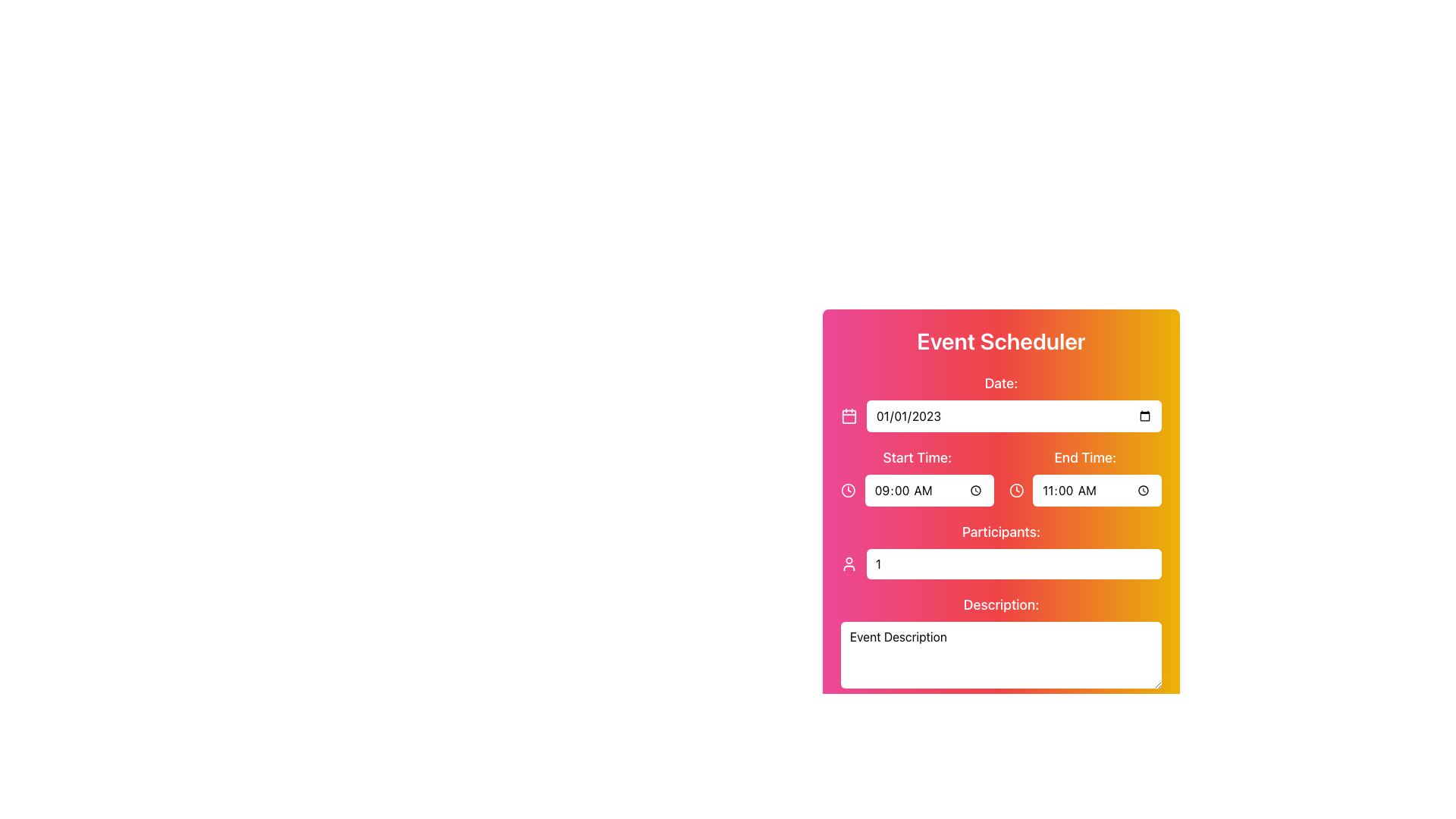 The image size is (1456, 819). Describe the element at coordinates (916, 475) in the screenshot. I see `the clock icon associated with the 'Start Time:' input field to access additional functionality` at that location.